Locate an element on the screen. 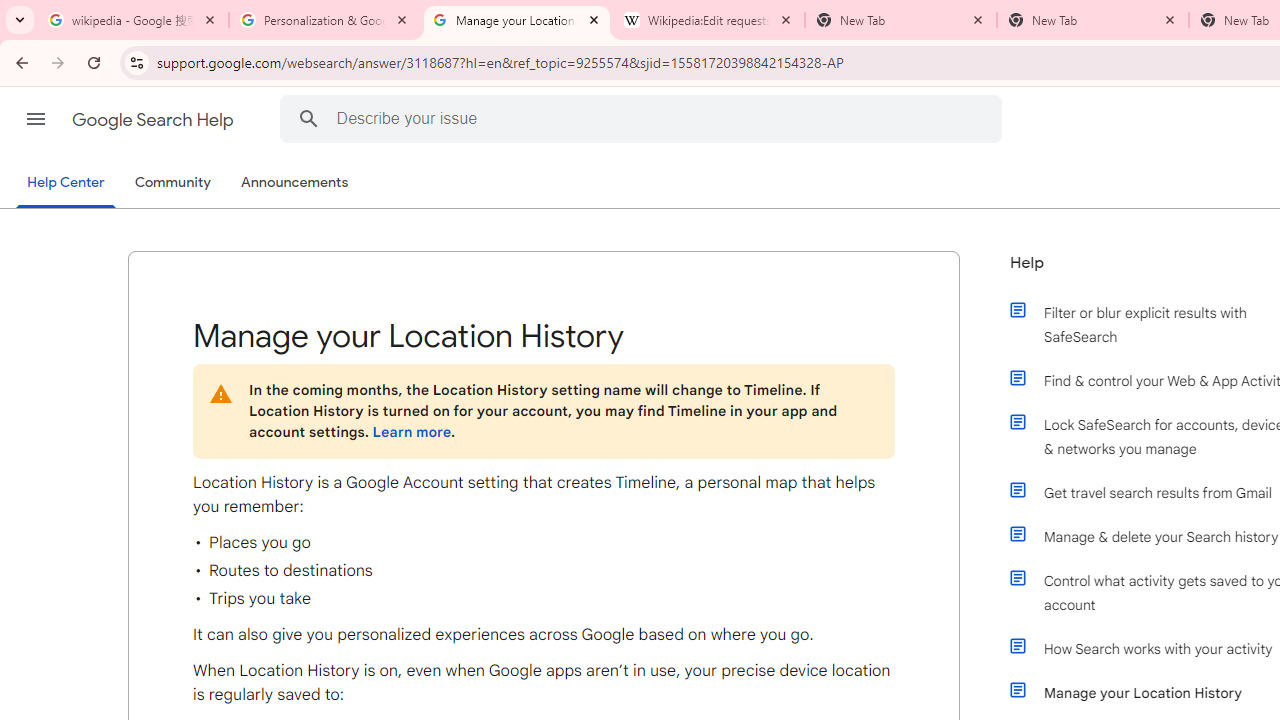 This screenshot has width=1280, height=720. 'Announcements' is located at coordinates (294, 183).